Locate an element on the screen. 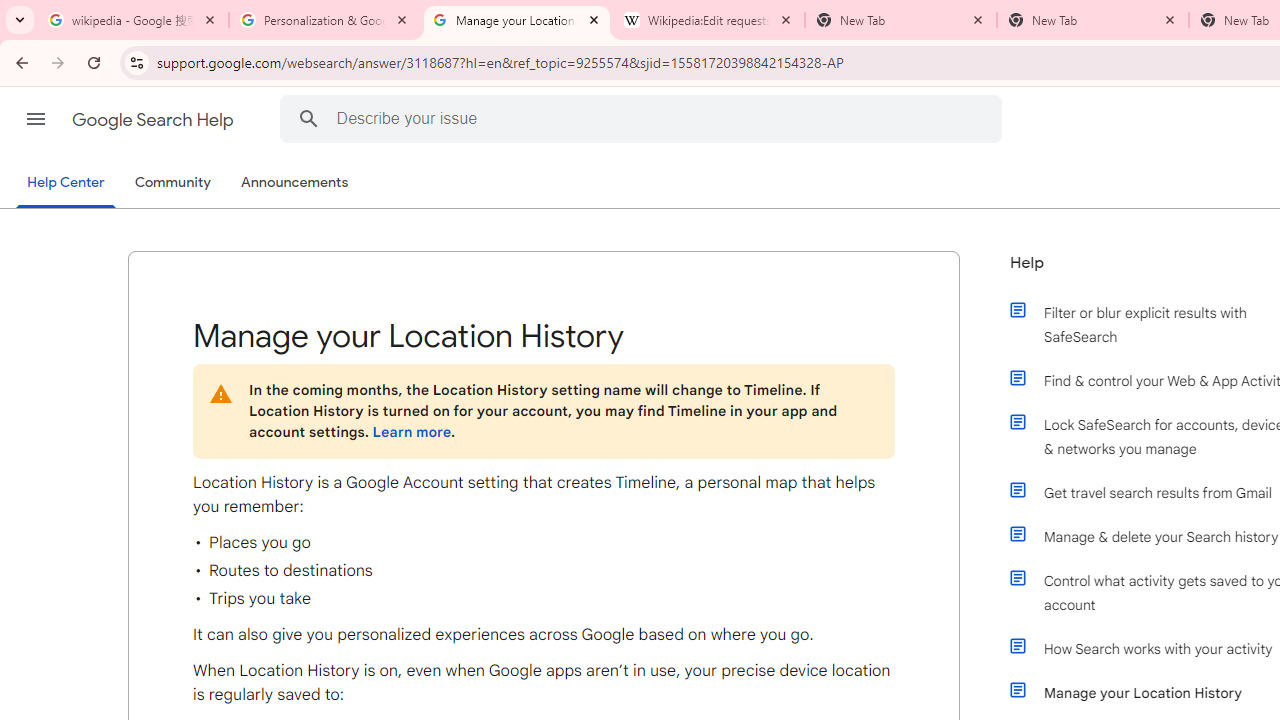 This screenshot has width=1280, height=720. 'Announcements' is located at coordinates (294, 183).